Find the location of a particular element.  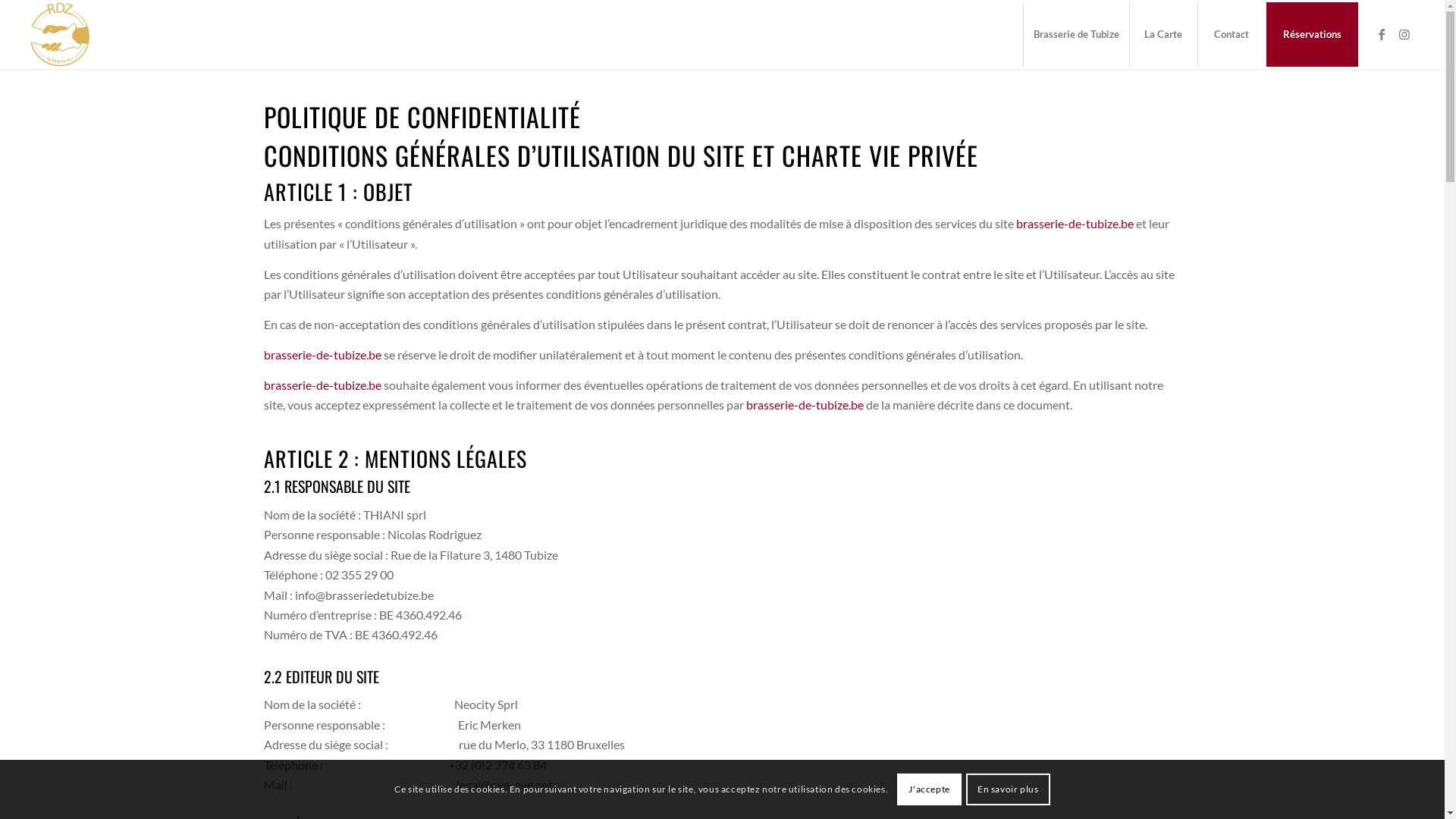

'La Carte' is located at coordinates (1163, 34).